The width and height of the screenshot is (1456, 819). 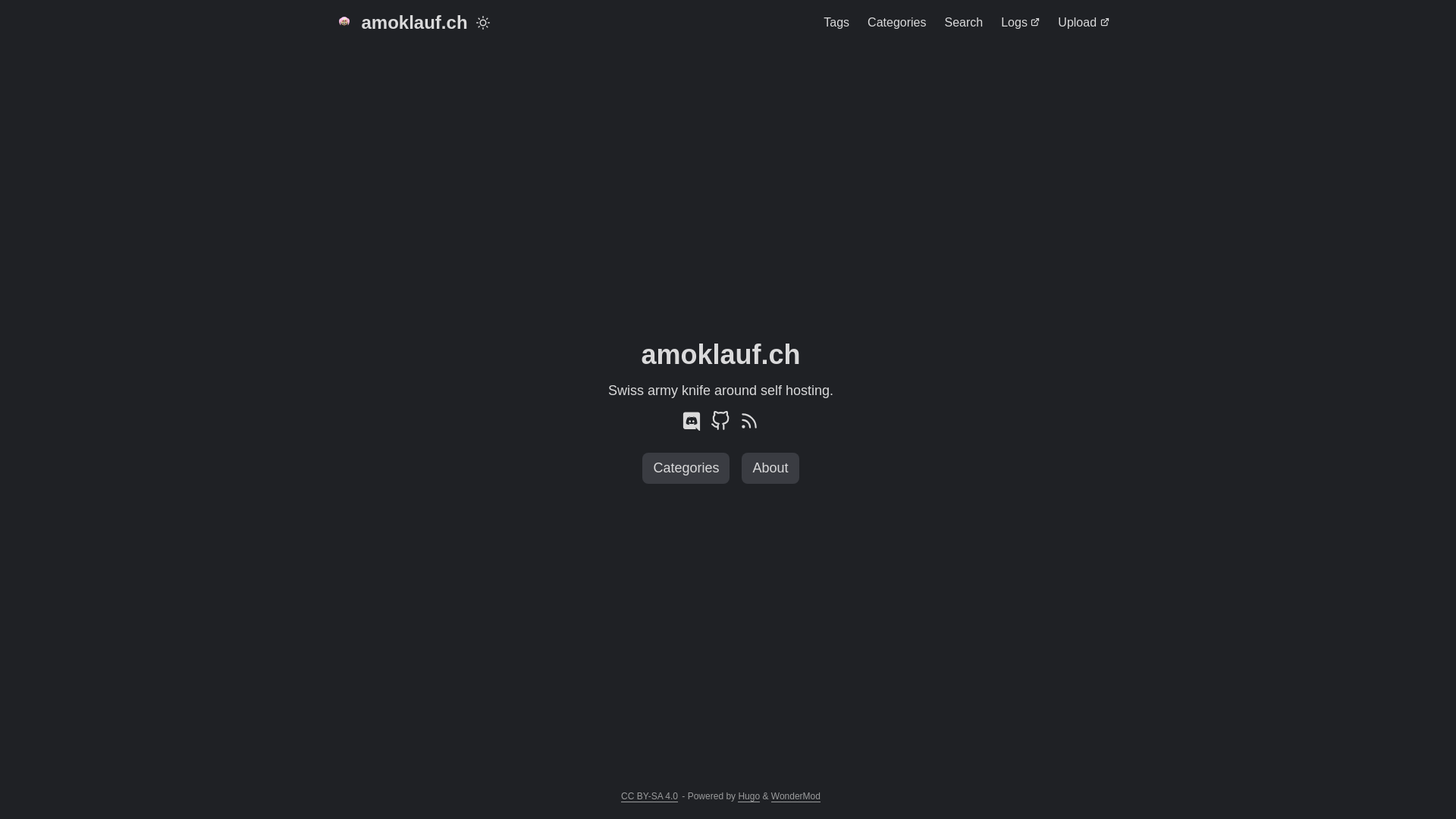 I want to click on 'Tags', so click(x=836, y=23).